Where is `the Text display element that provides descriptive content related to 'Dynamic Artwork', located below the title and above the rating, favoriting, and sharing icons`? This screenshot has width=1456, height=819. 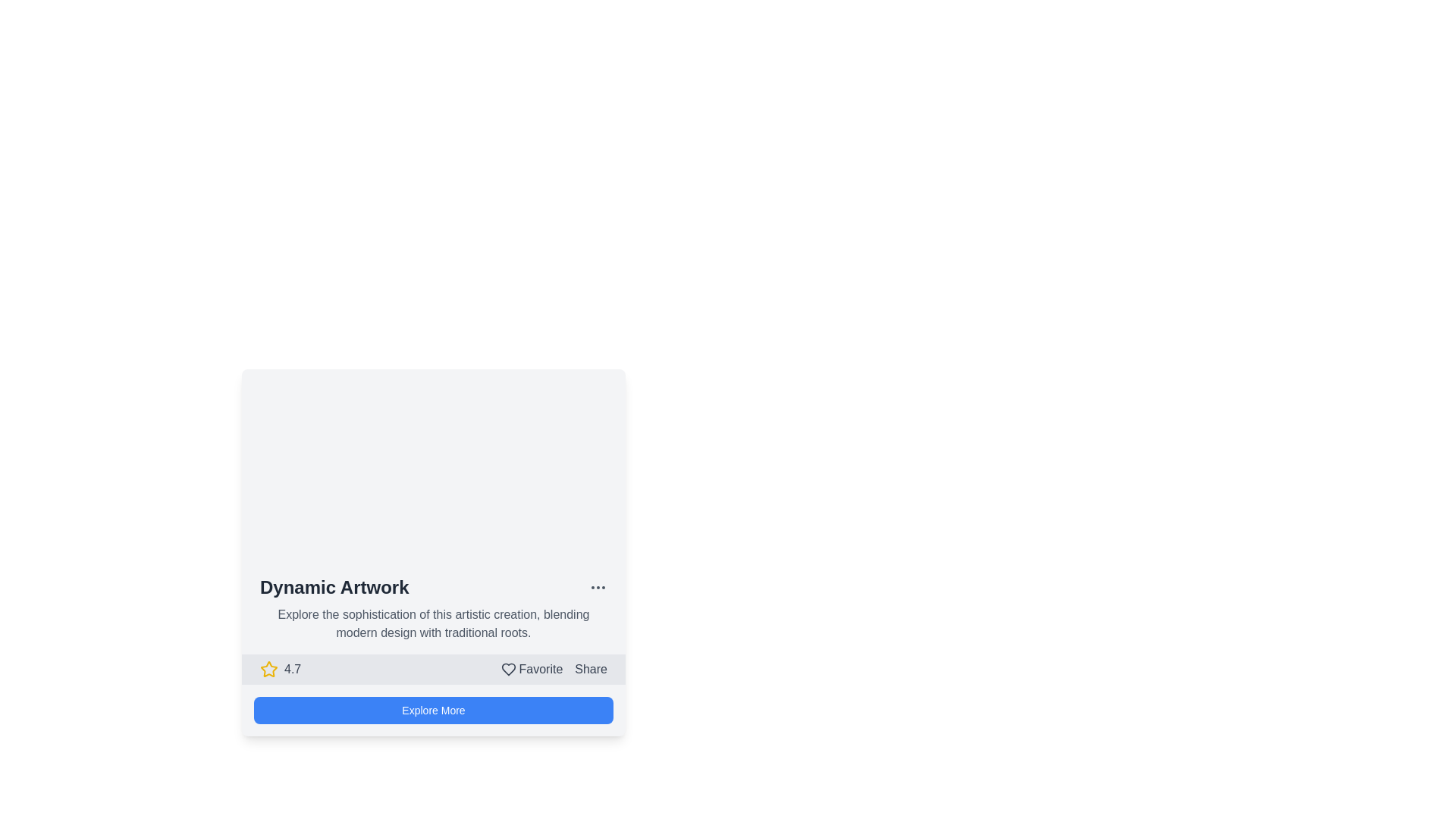 the Text display element that provides descriptive content related to 'Dynamic Artwork', located below the title and above the rating, favoriting, and sharing icons is located at coordinates (432, 623).